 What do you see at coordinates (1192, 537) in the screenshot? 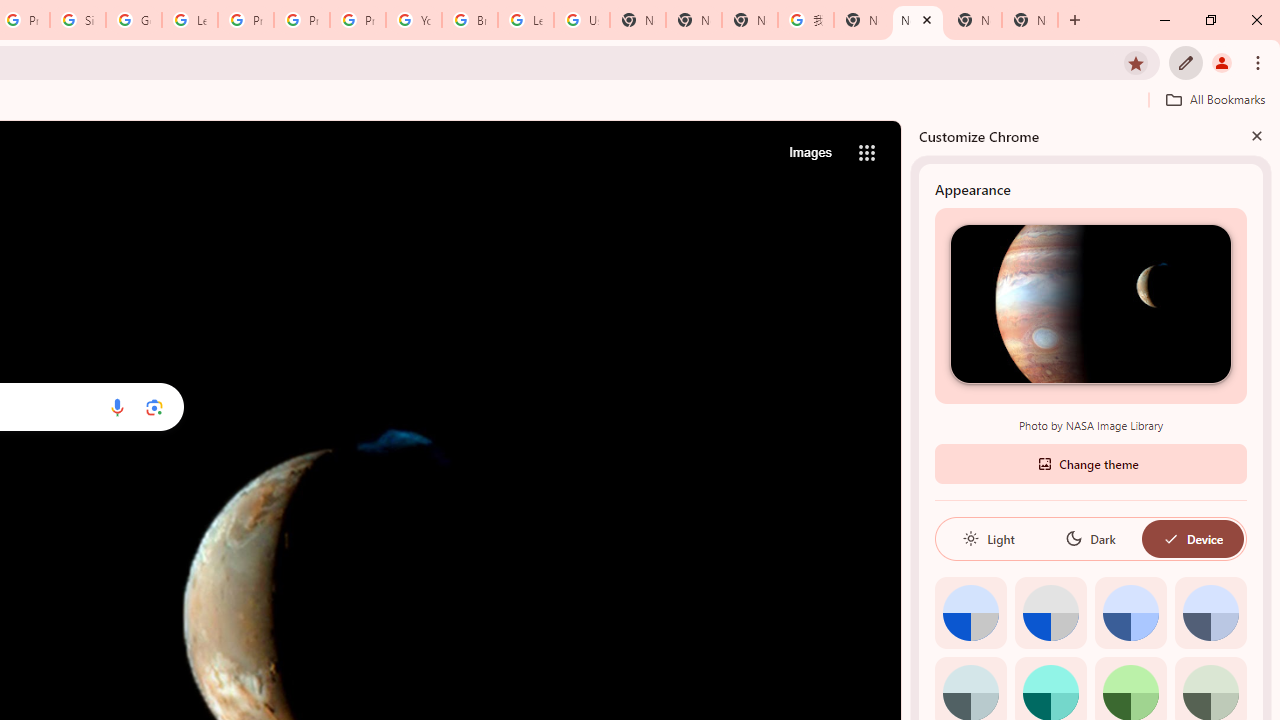
I see `'Device'` at bounding box center [1192, 537].